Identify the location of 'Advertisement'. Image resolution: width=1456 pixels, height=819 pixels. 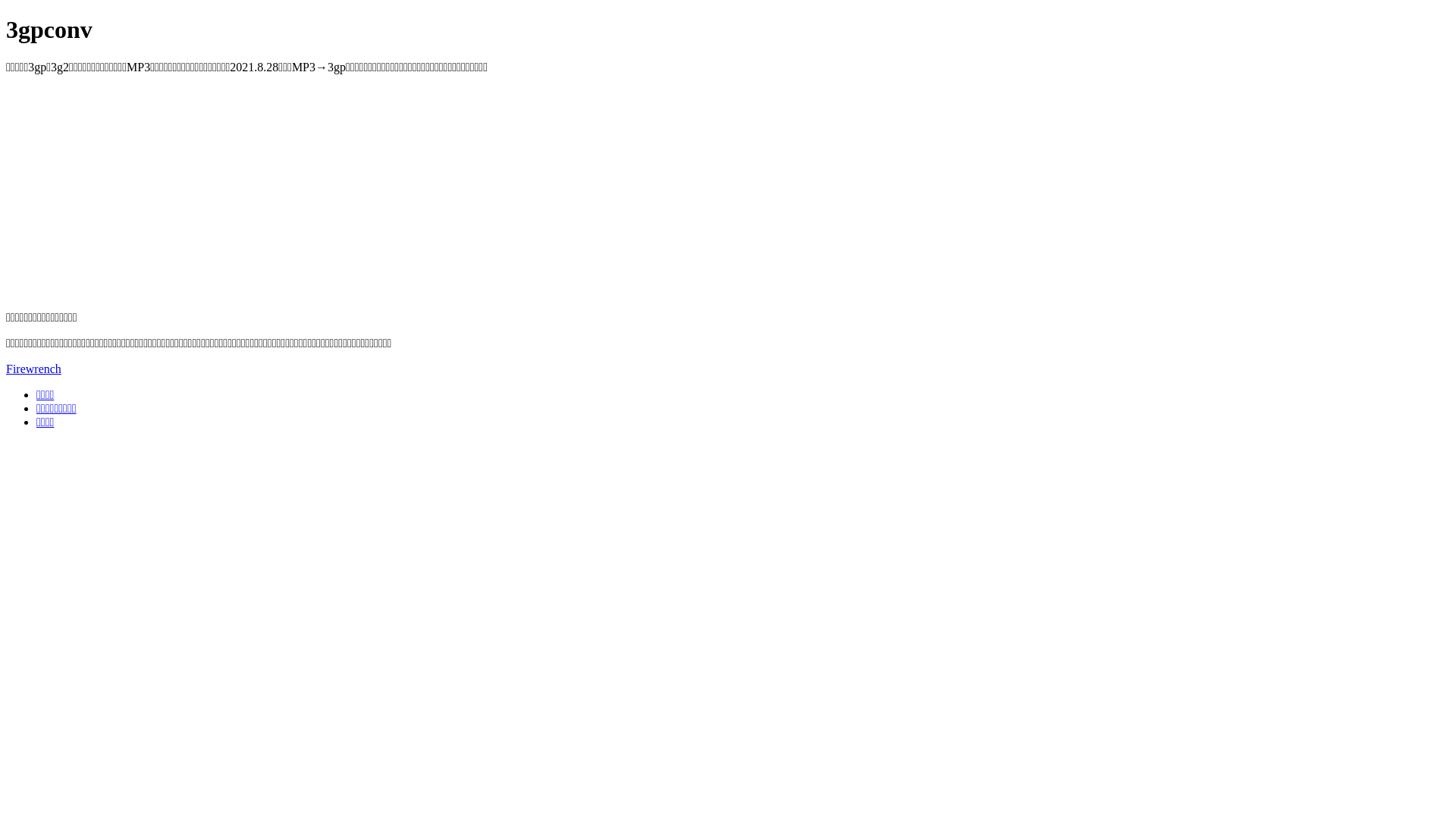
(460, 192).